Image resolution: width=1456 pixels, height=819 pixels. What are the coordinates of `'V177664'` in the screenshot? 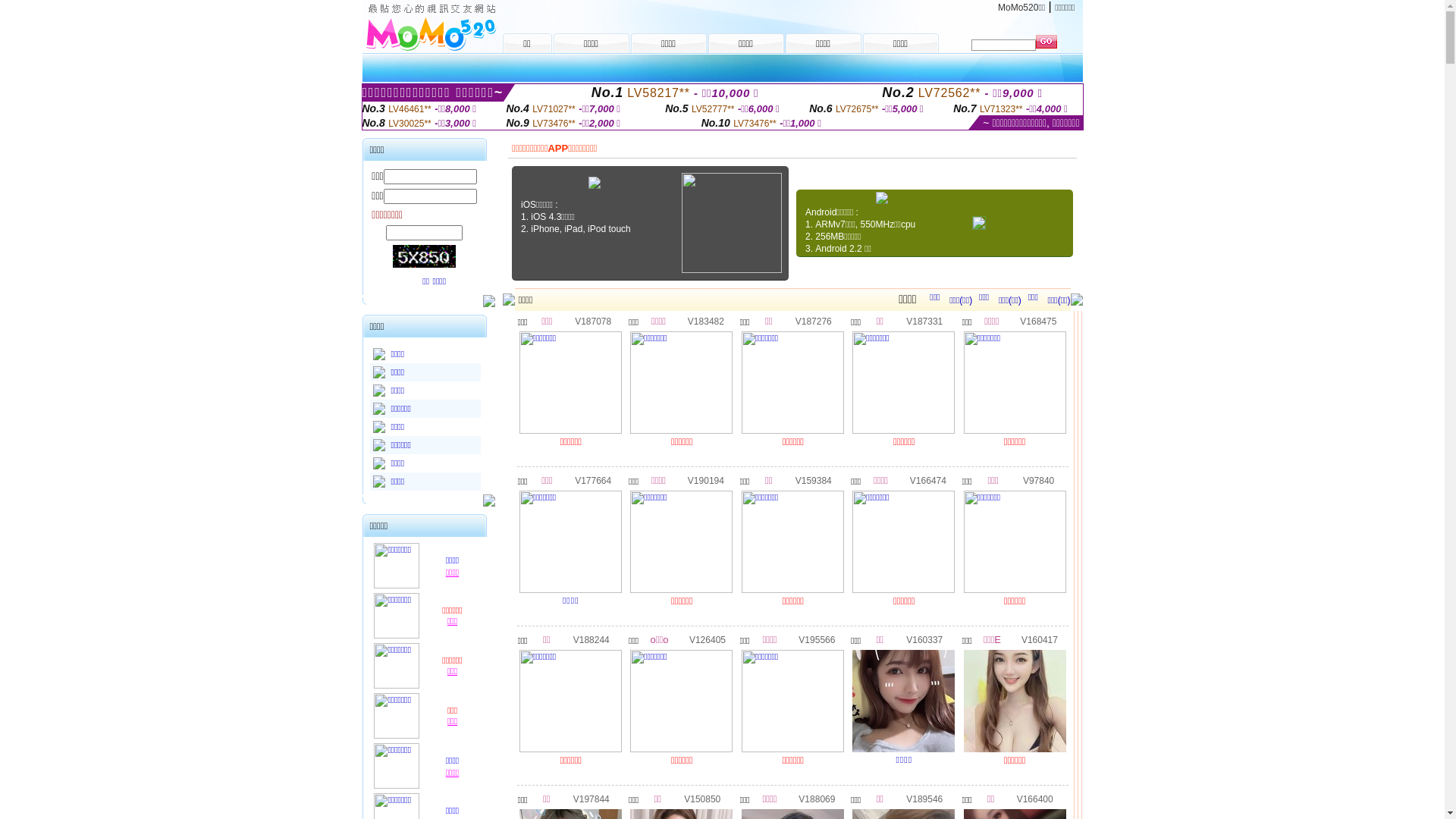 It's located at (592, 479).